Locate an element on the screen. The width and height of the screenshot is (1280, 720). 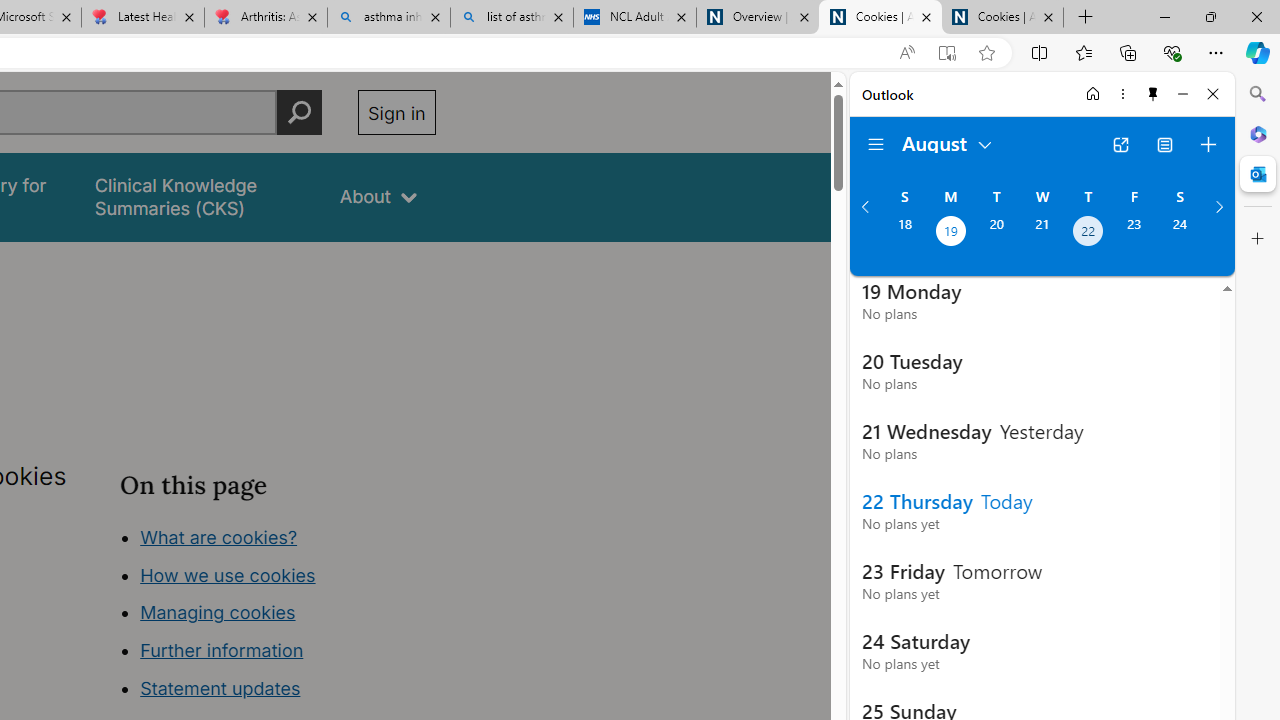
'About' is located at coordinates (378, 197).